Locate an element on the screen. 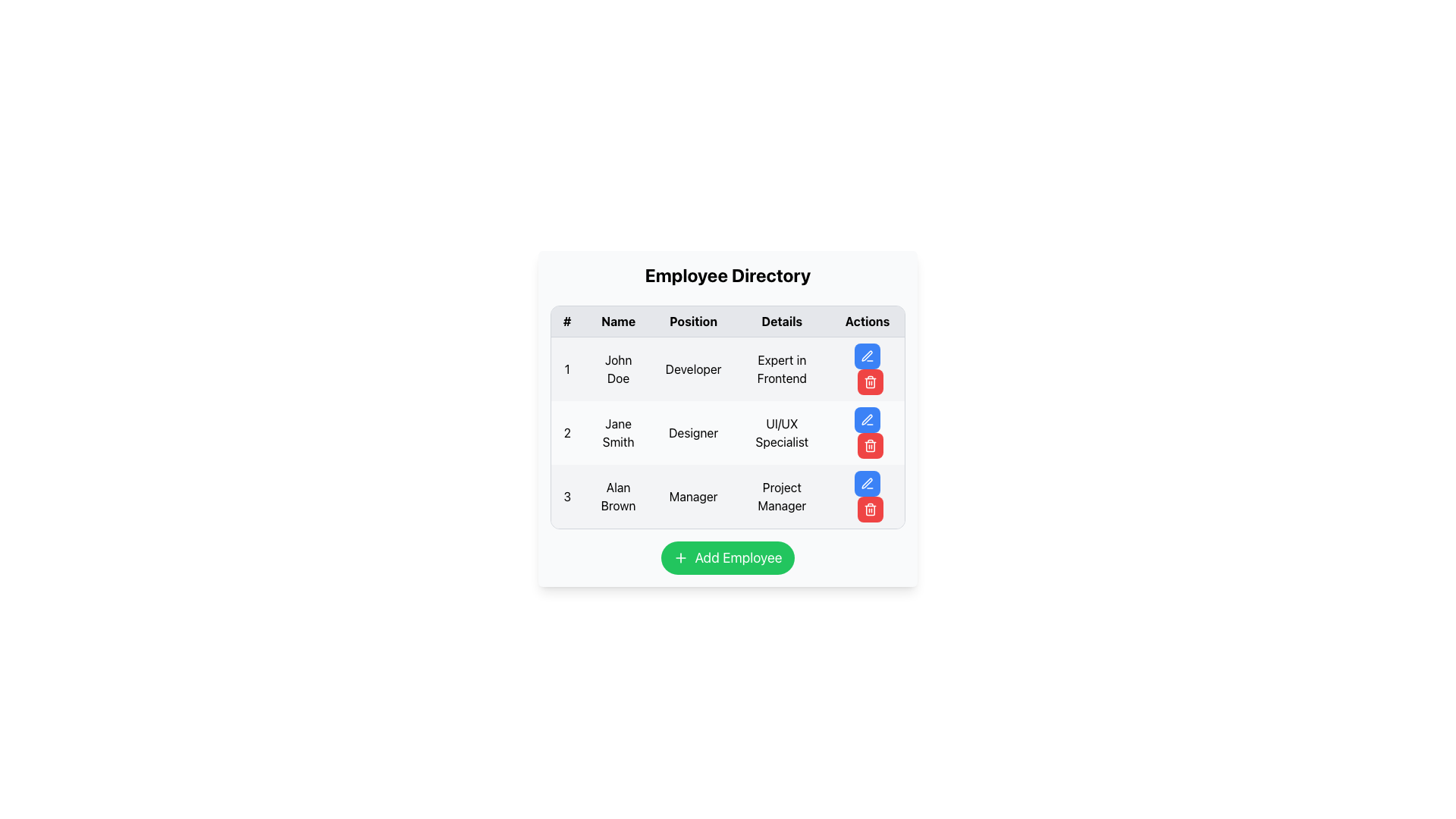  the first cell in the first row of the table header, which represents a column header for a numbering system is located at coordinates (566, 321).